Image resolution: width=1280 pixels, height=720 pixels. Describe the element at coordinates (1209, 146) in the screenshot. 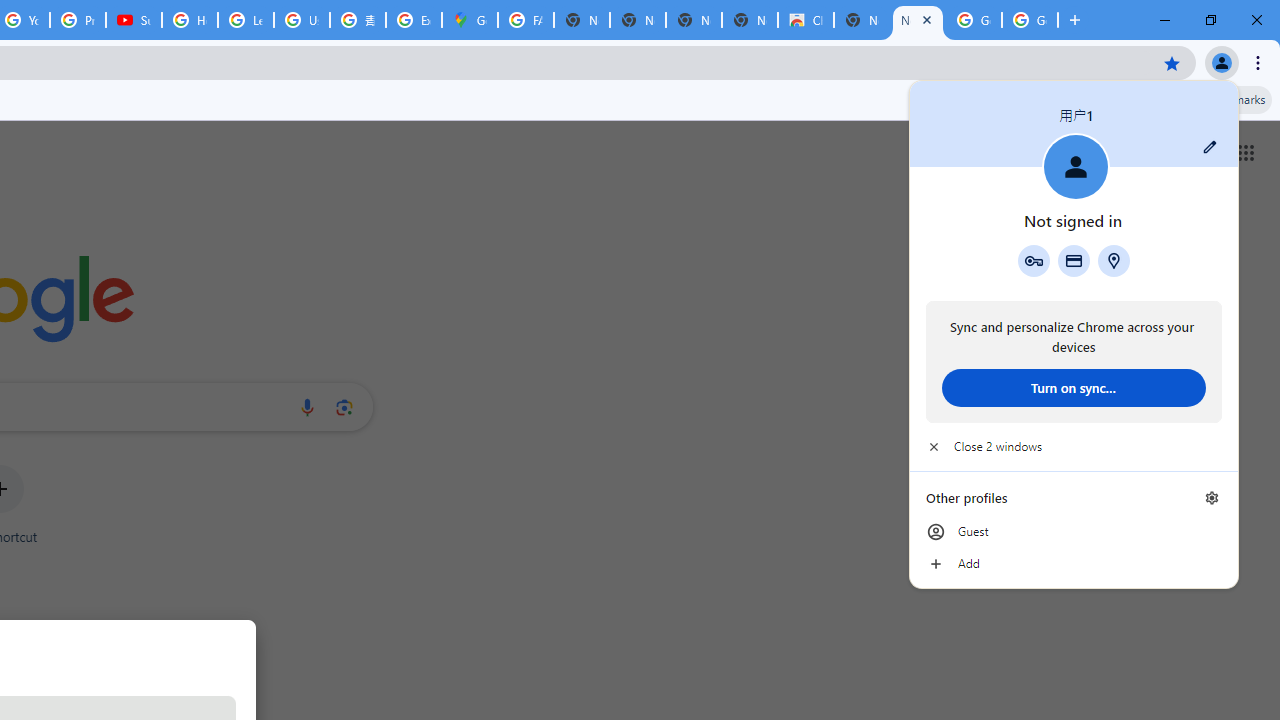

I see `'Customize profile'` at that location.